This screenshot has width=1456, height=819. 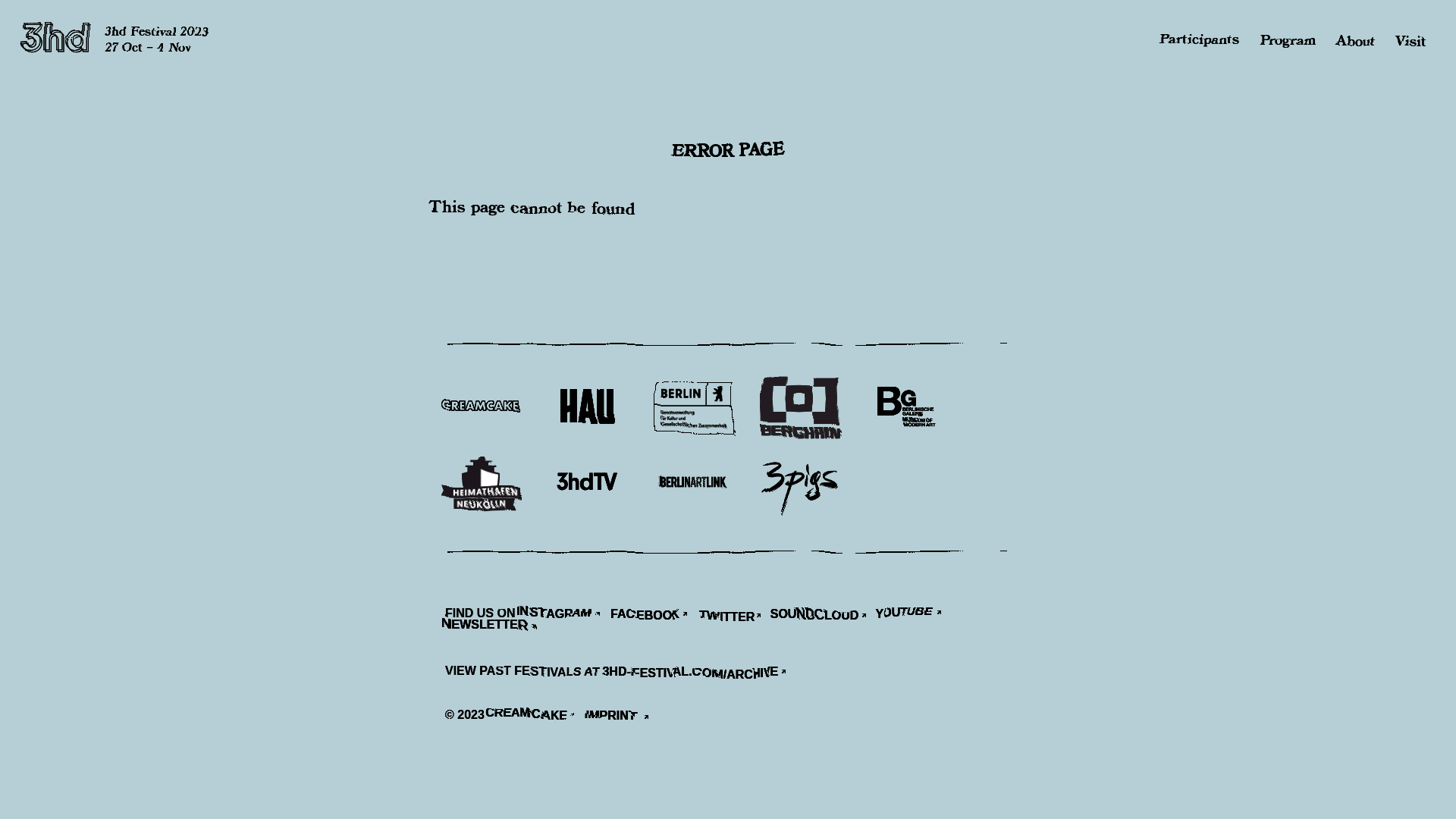 What do you see at coordinates (603, 672) in the screenshot?
I see `'3HD-FESTIVAL.COM/ARCHIVE'` at bounding box center [603, 672].